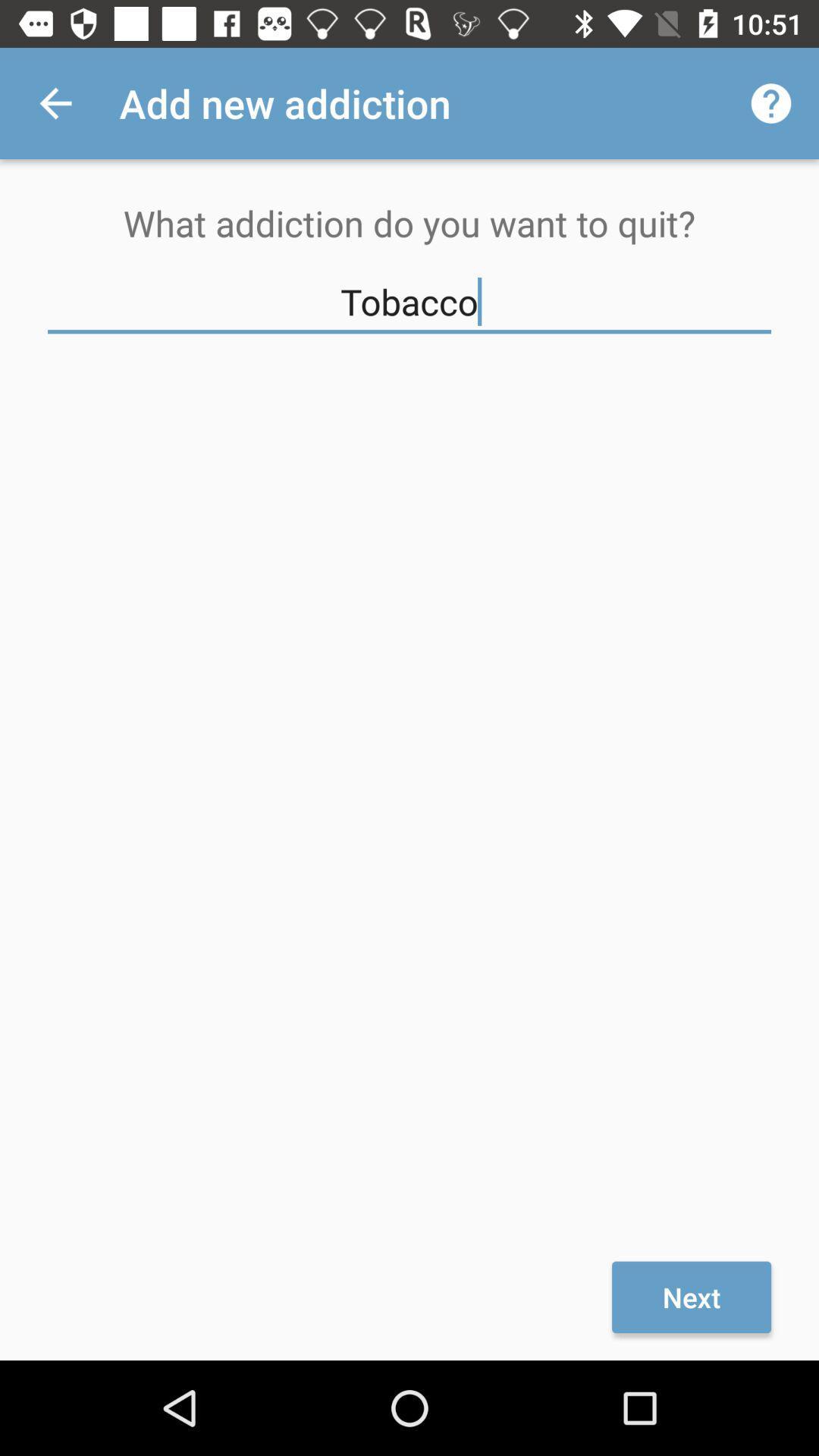 The width and height of the screenshot is (819, 1456). Describe the element at coordinates (409, 302) in the screenshot. I see `tobacco` at that location.